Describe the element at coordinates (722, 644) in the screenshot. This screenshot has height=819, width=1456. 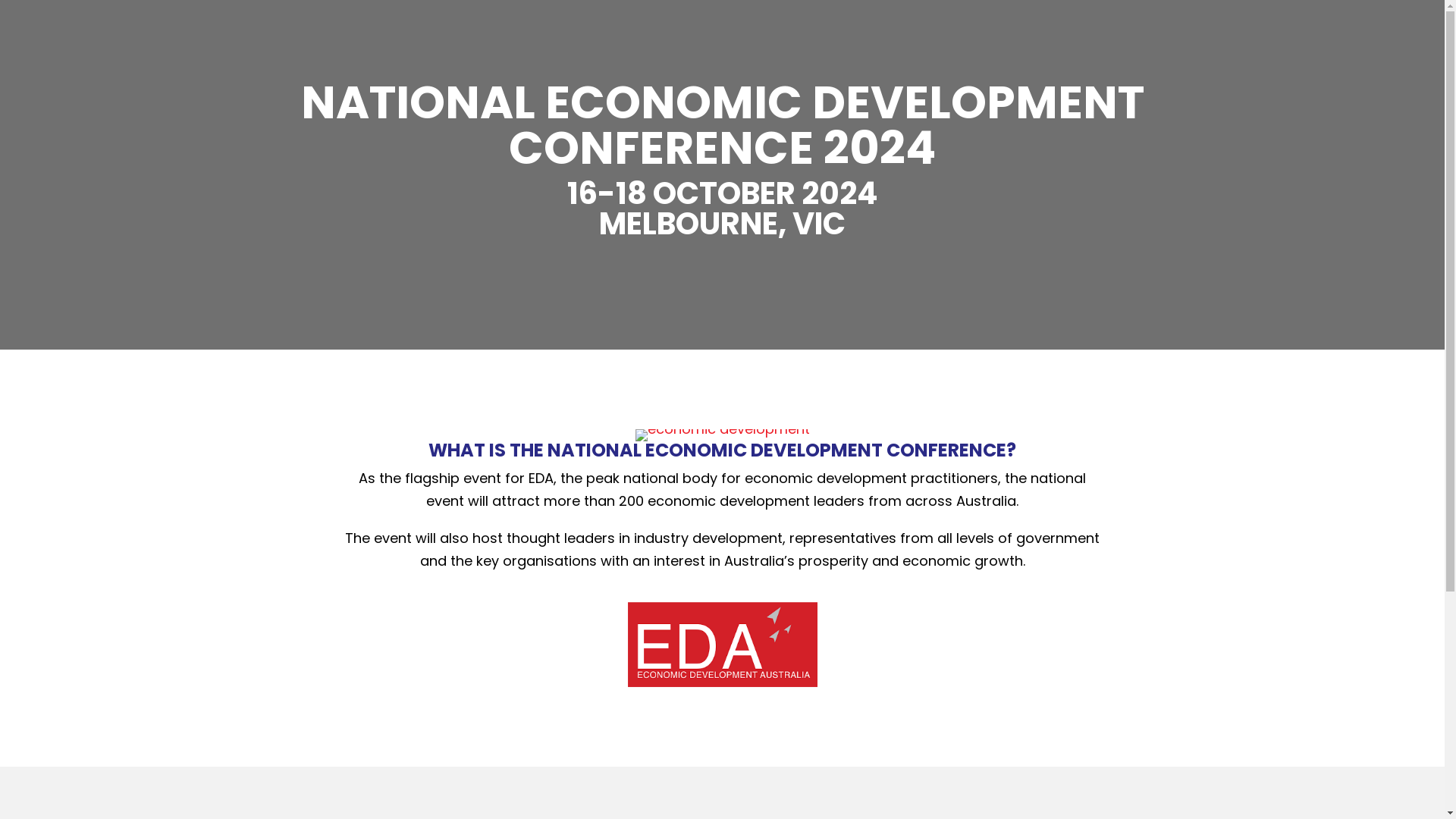
I see `'economic development'` at that location.